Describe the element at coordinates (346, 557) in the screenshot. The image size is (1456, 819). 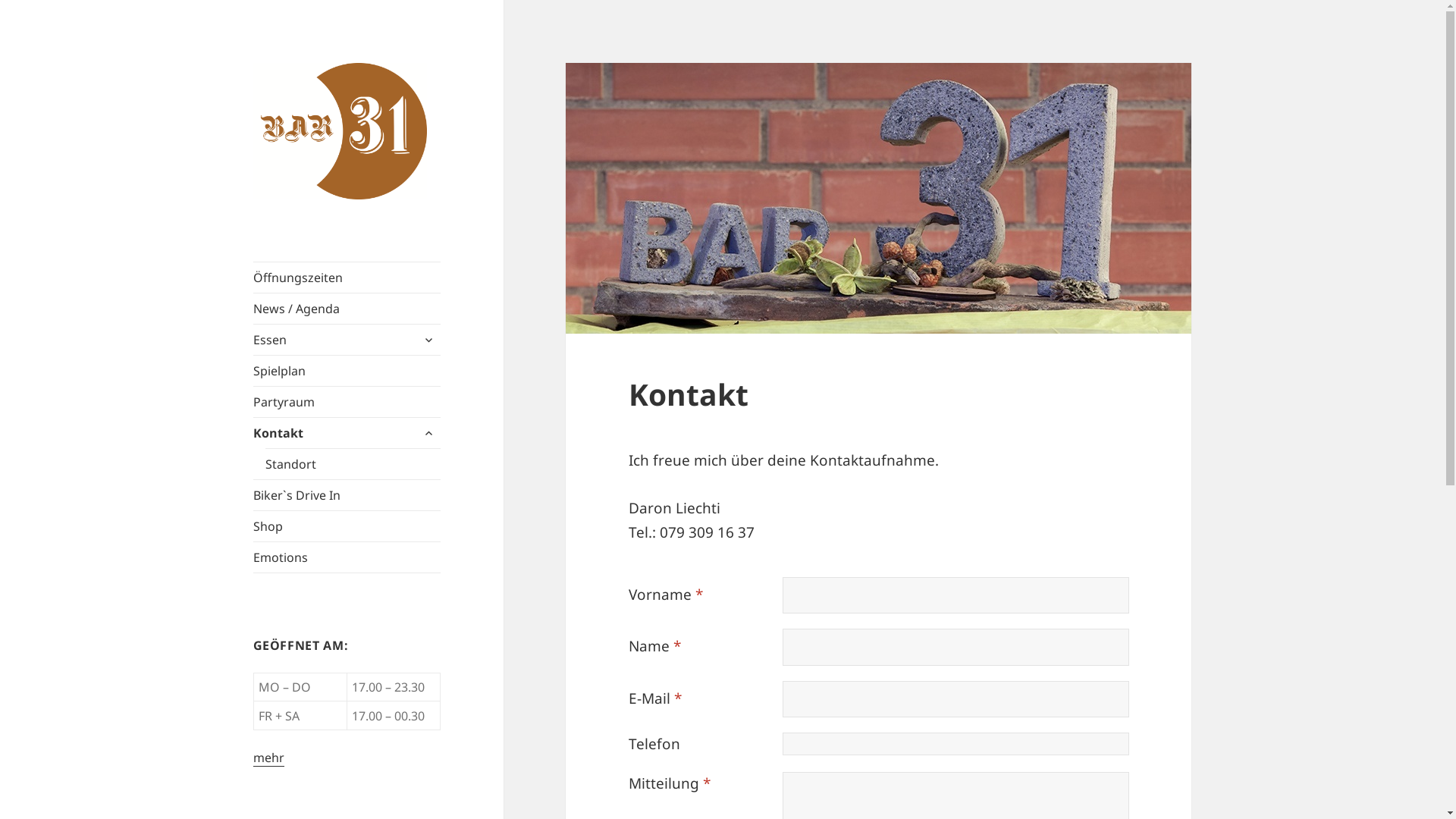
I see `'Emotions'` at that location.